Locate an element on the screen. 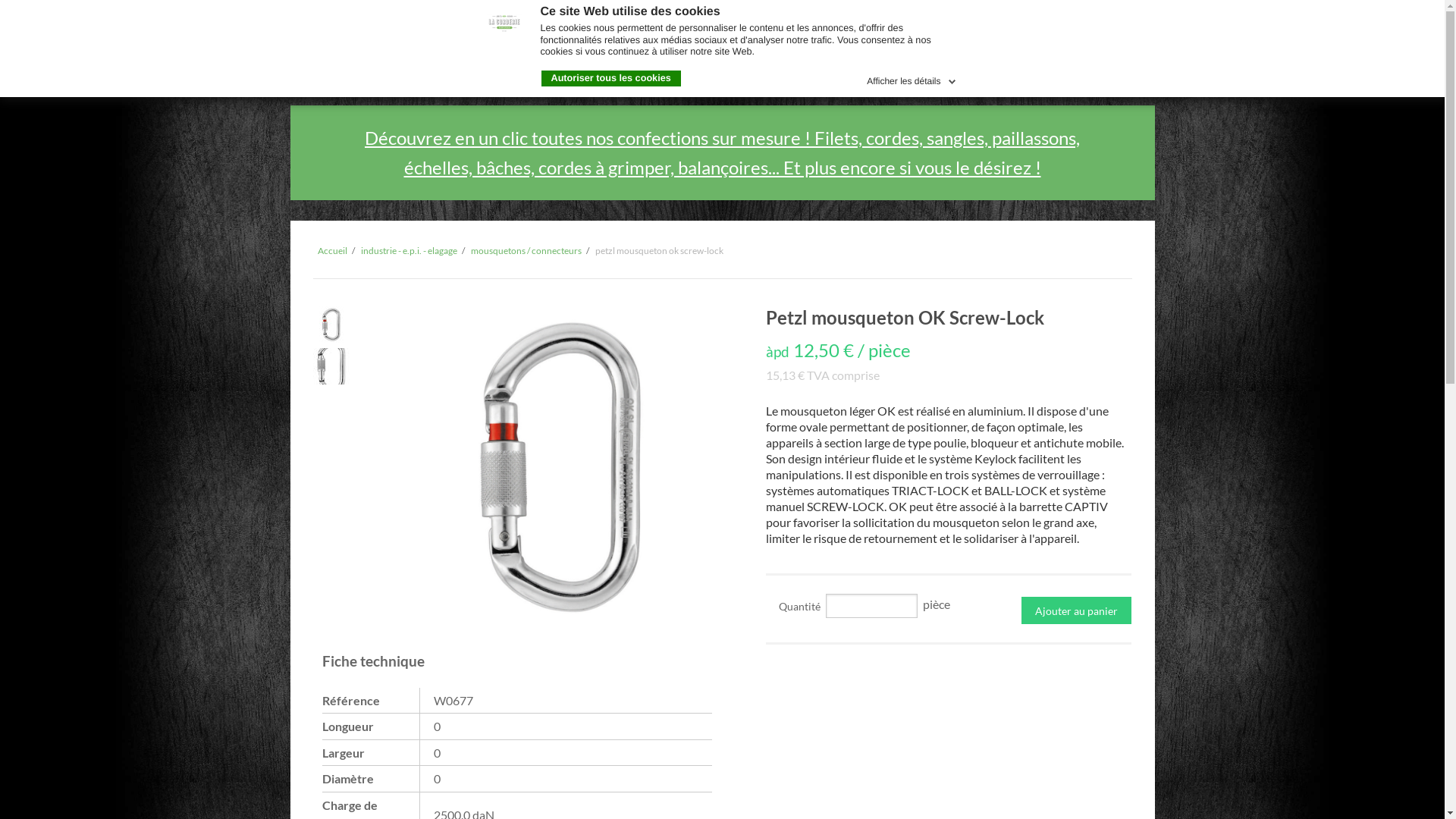  'Ajouter au panier' is located at coordinates (1075, 610).